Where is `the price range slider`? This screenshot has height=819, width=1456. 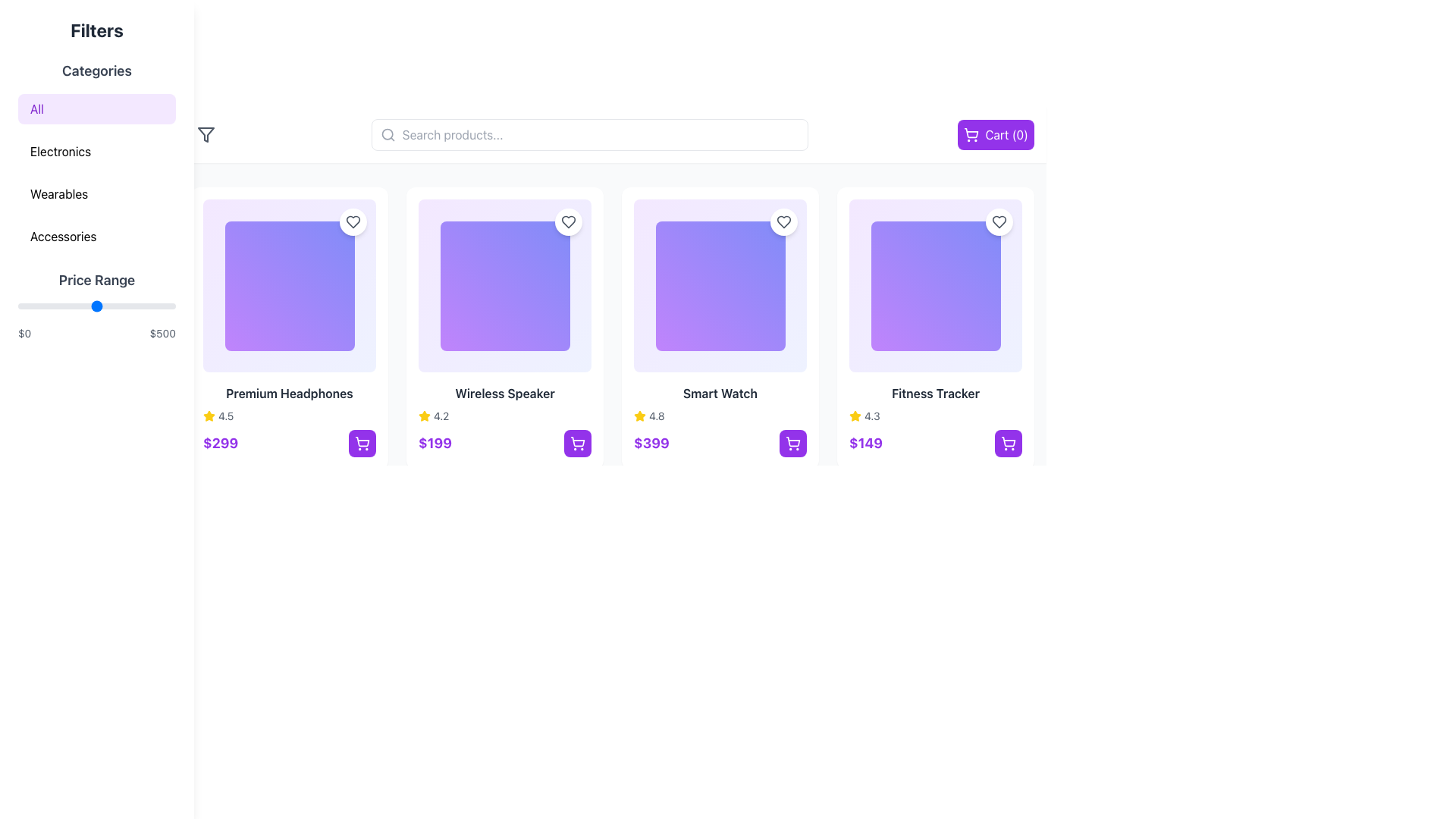
the price range slider is located at coordinates (76, 306).